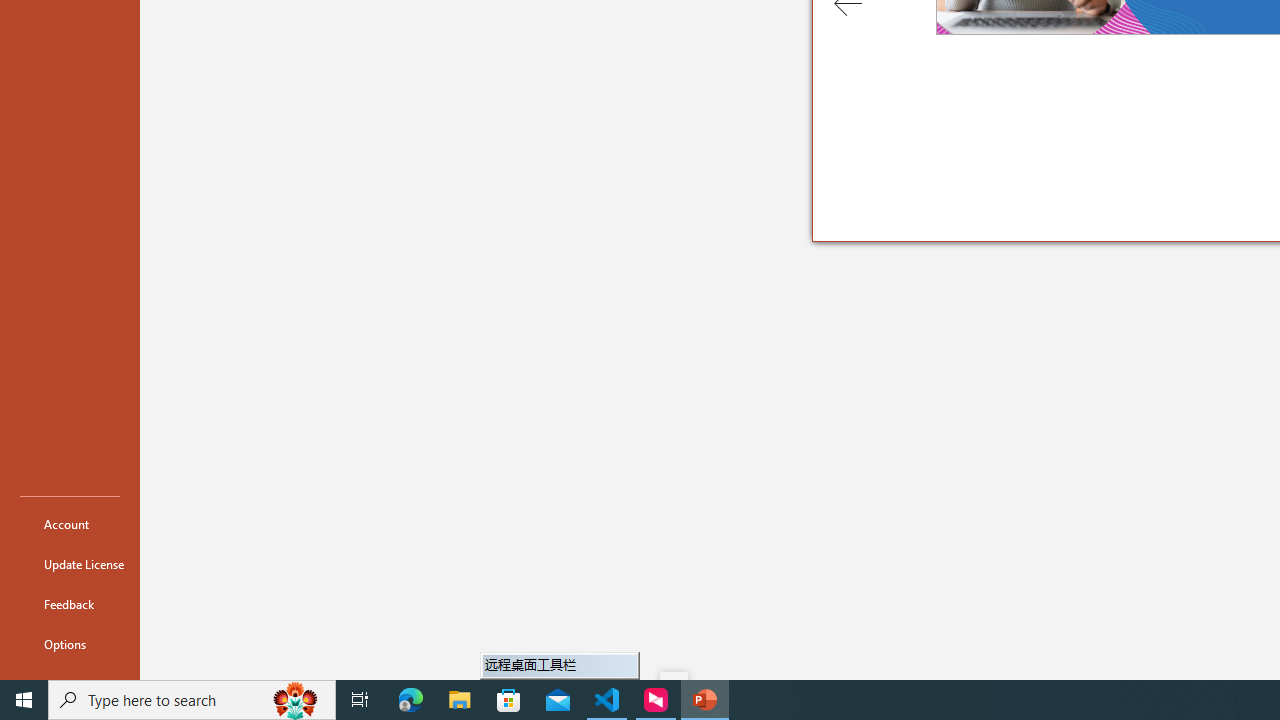  I want to click on 'Account', so click(69, 523).